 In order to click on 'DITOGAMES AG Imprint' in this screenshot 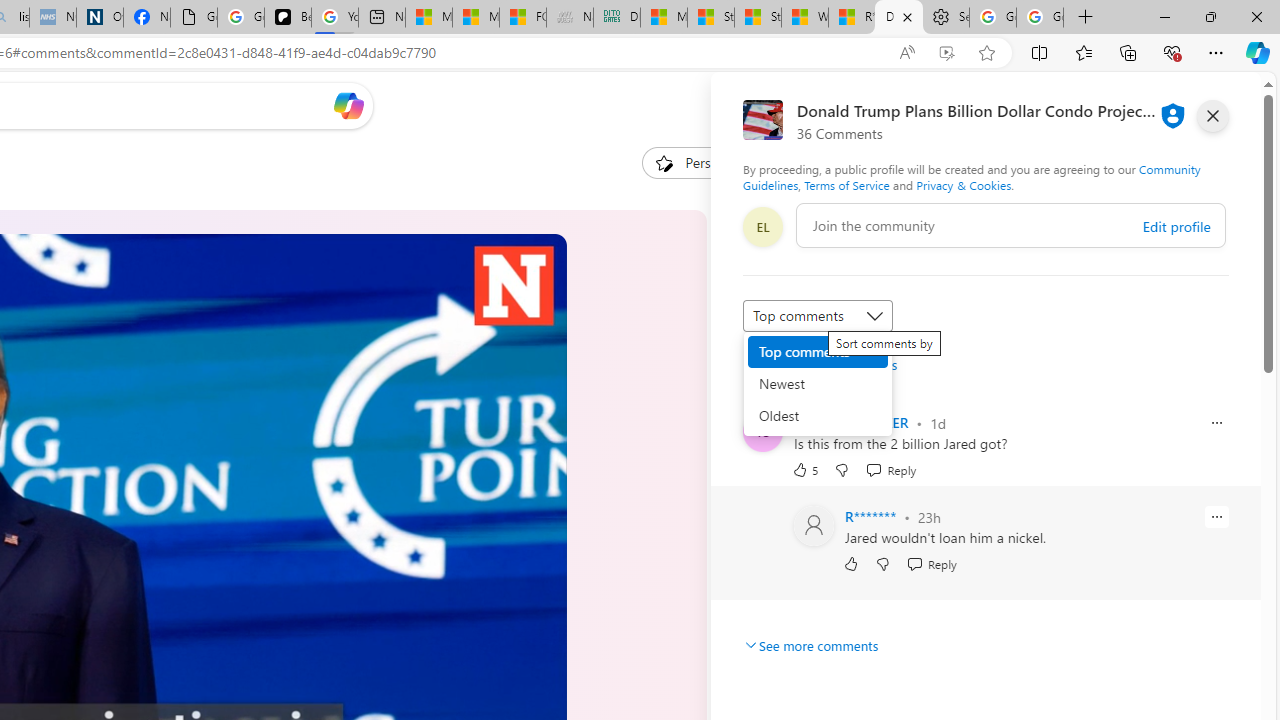, I will do `click(615, 17)`.